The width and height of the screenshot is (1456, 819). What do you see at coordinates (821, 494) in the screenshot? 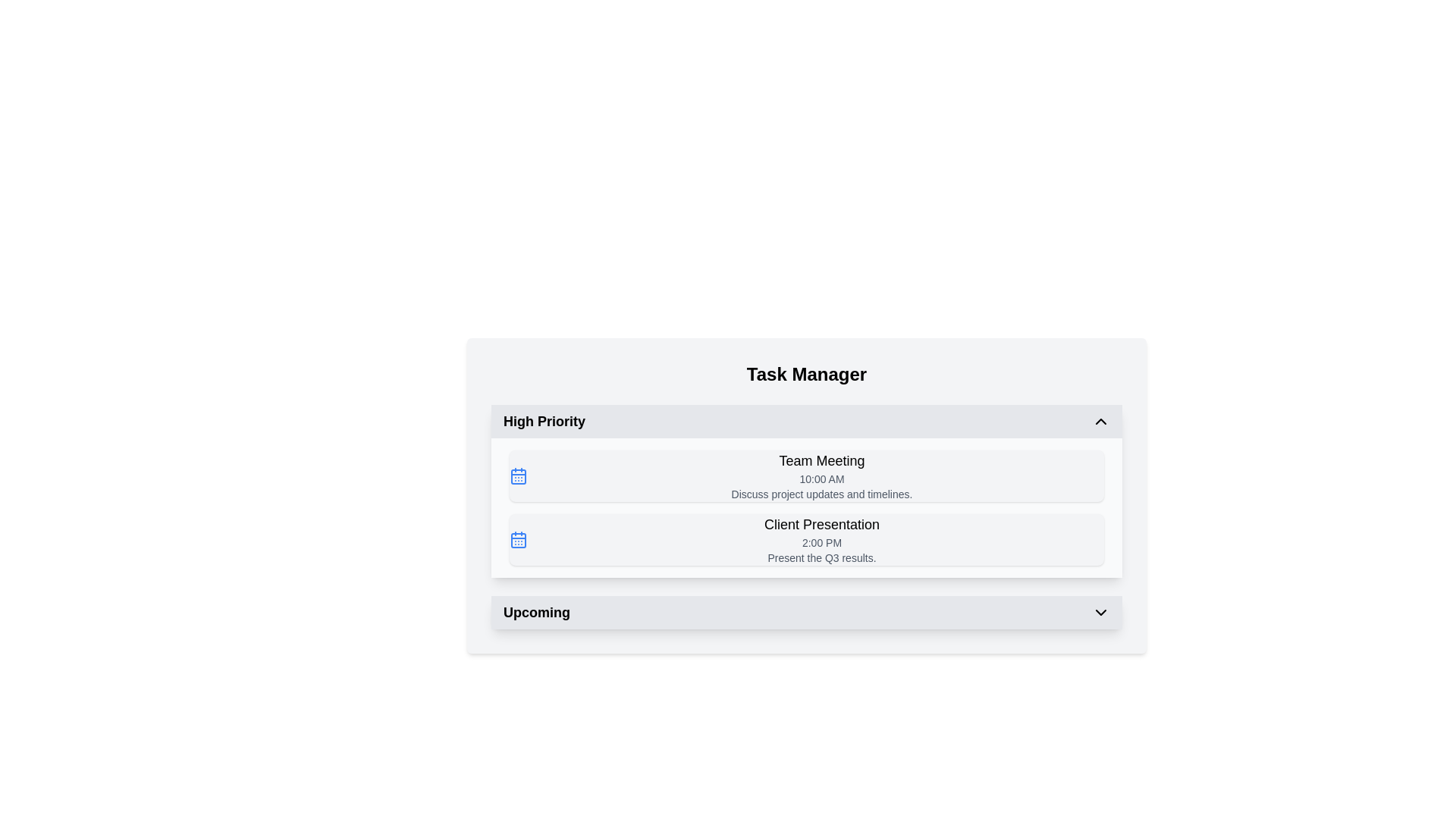
I see `the Text Label displaying 'Discuss project updates and timelines.' which is styled in a smaller font size with a light gray color, located in the High Priority section of the calendar-like task management interface` at bounding box center [821, 494].